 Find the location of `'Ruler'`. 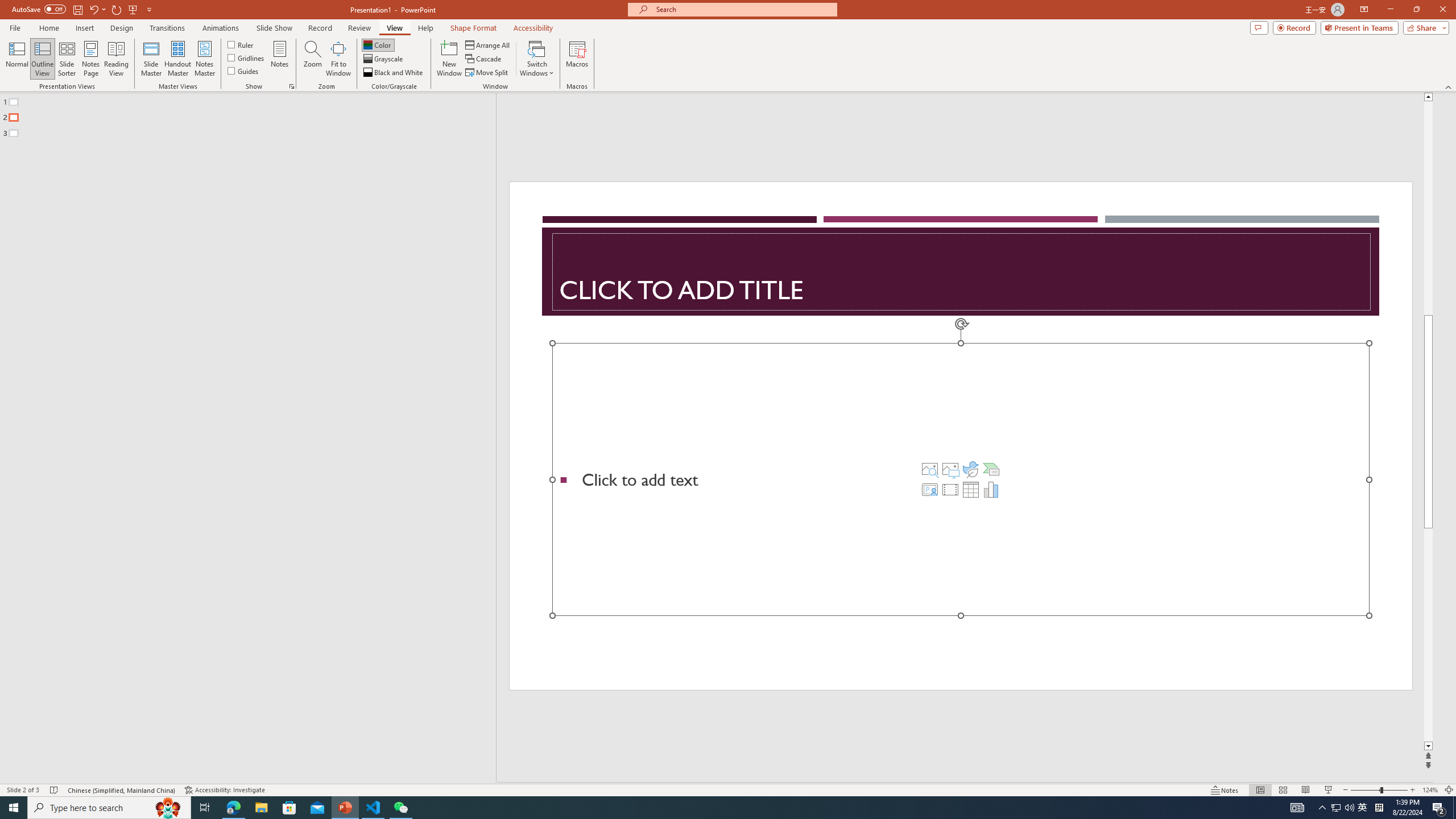

'Ruler' is located at coordinates (241, 44).